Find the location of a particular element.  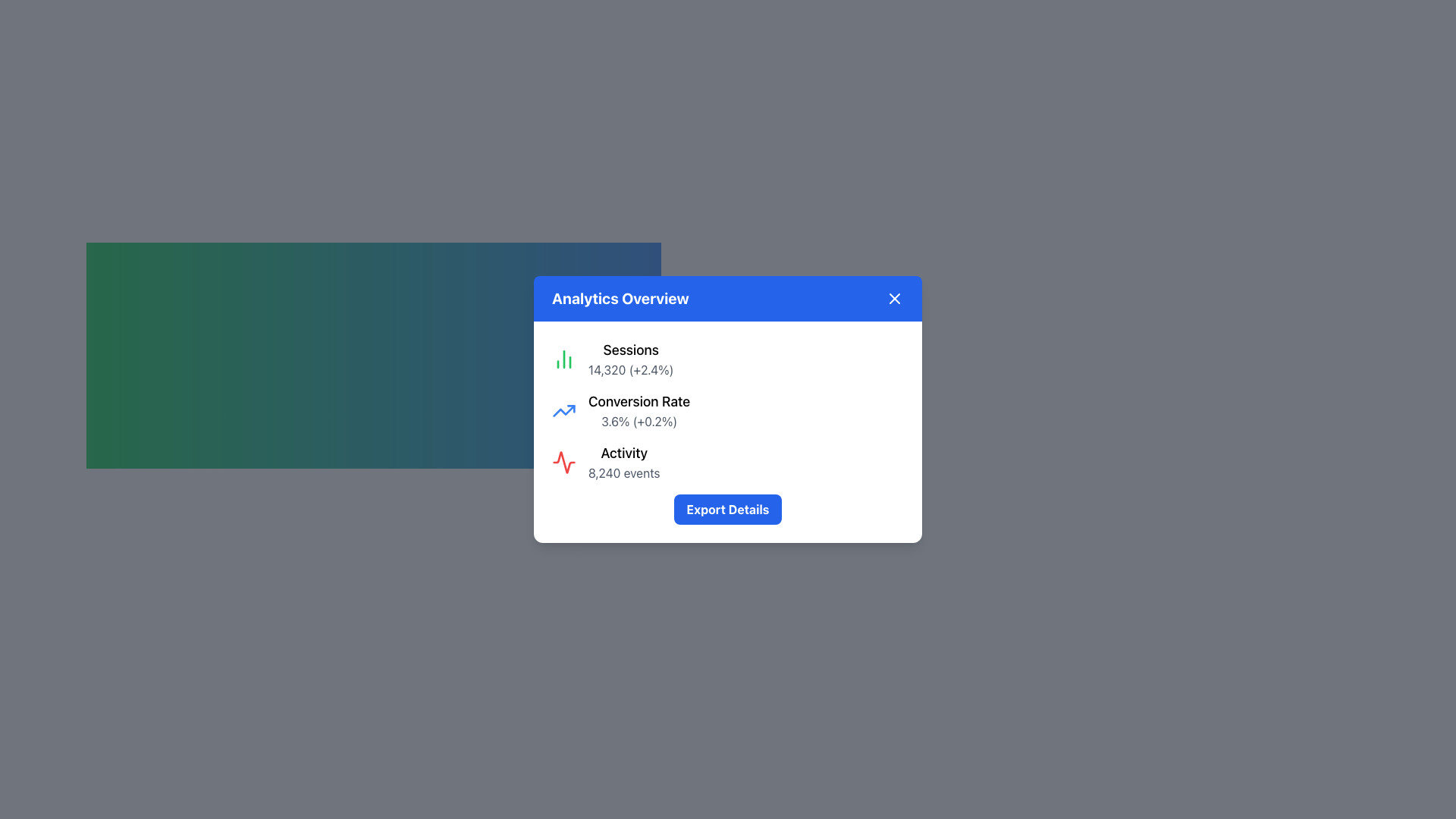

the informational block containing the 'Activity' title and '8,240 events' description, which is located in the third row of the 'Analytics Overview' card, below the 'Conversion Rate' section is located at coordinates (728, 461).